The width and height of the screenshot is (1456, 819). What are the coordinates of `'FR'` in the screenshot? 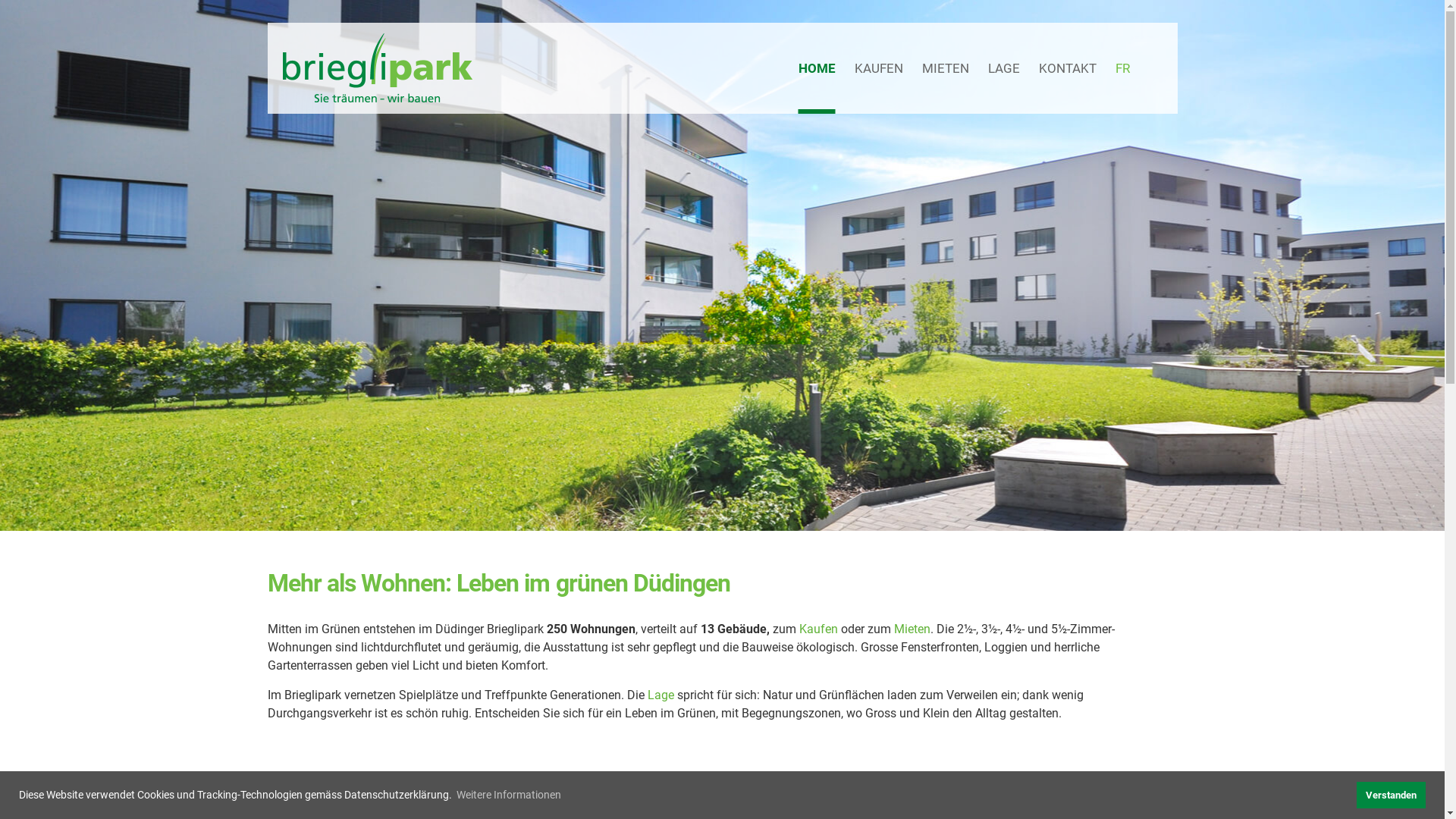 It's located at (1122, 67).